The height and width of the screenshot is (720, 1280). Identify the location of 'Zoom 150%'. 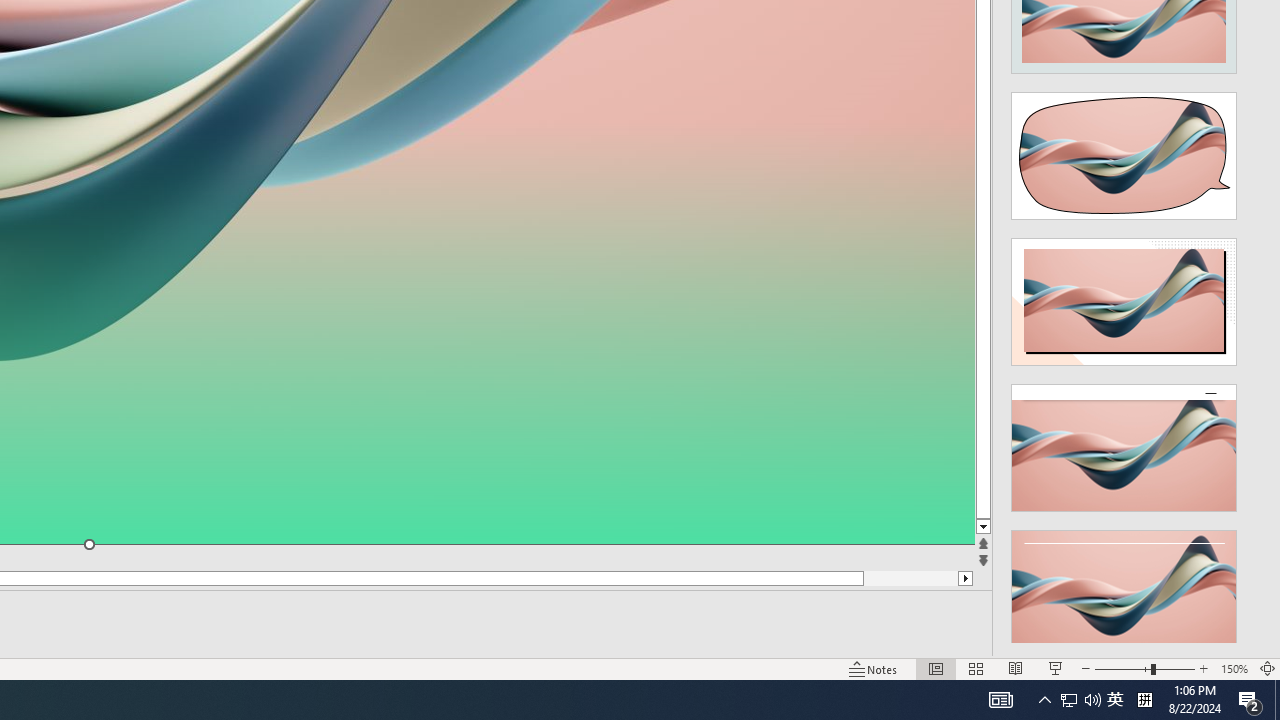
(1233, 669).